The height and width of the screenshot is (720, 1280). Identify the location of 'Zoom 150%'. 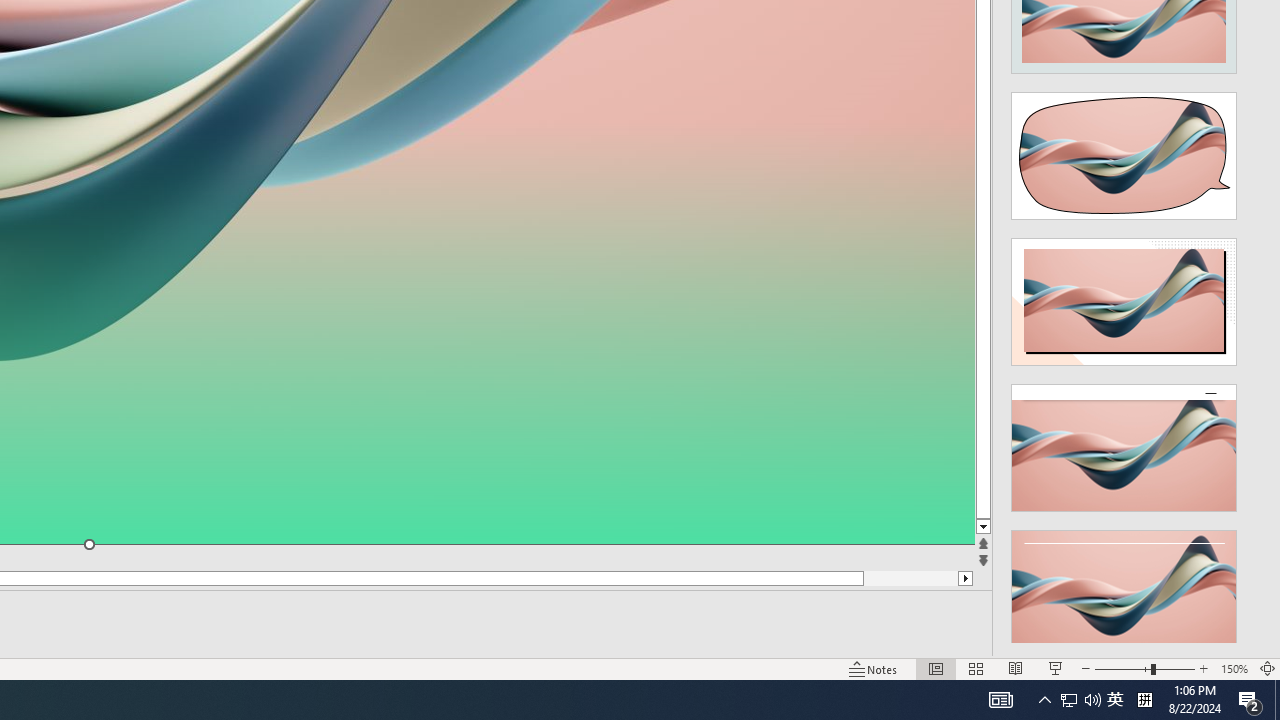
(1233, 669).